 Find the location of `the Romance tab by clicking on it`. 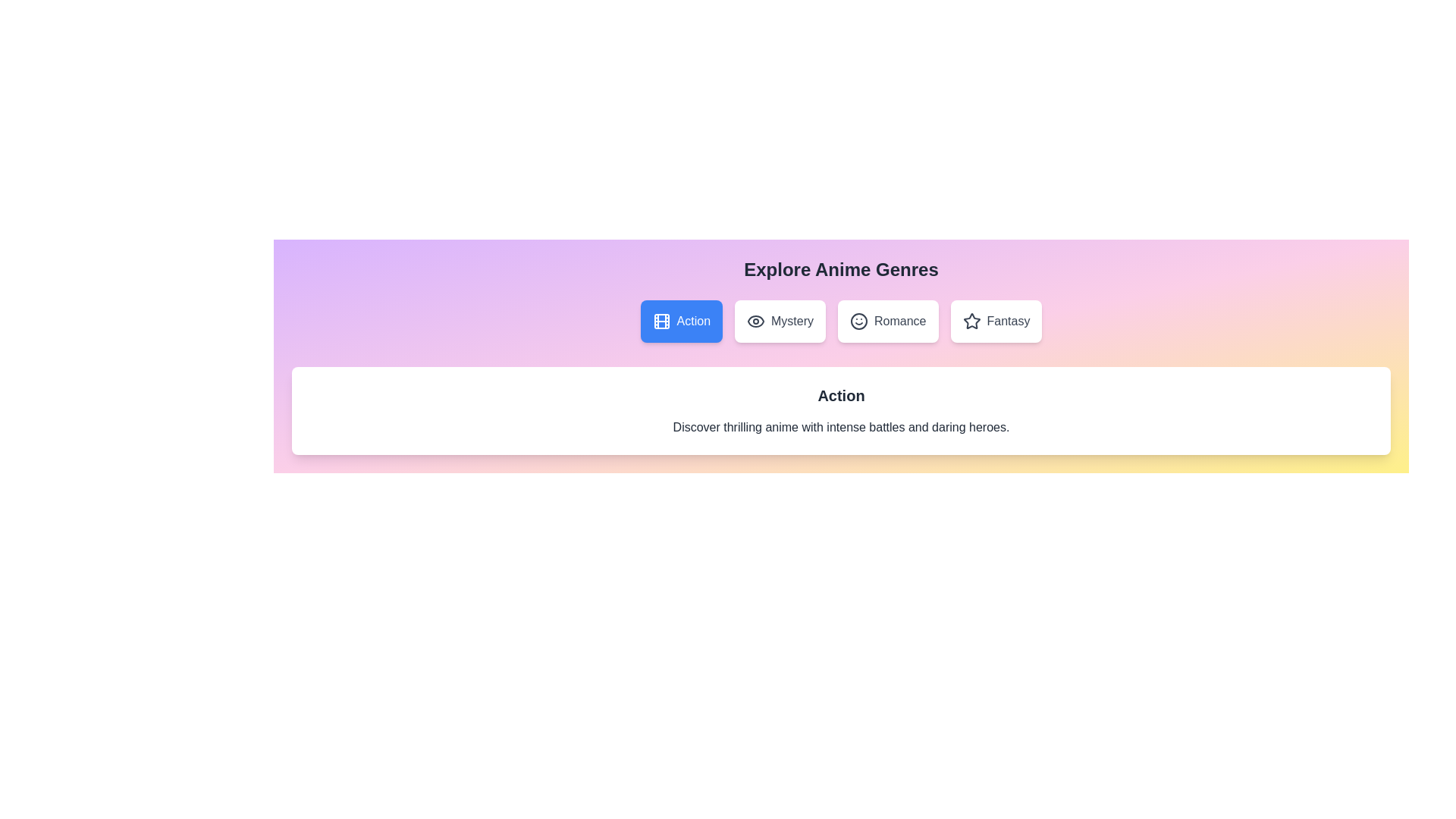

the Romance tab by clicking on it is located at coordinates (888, 321).